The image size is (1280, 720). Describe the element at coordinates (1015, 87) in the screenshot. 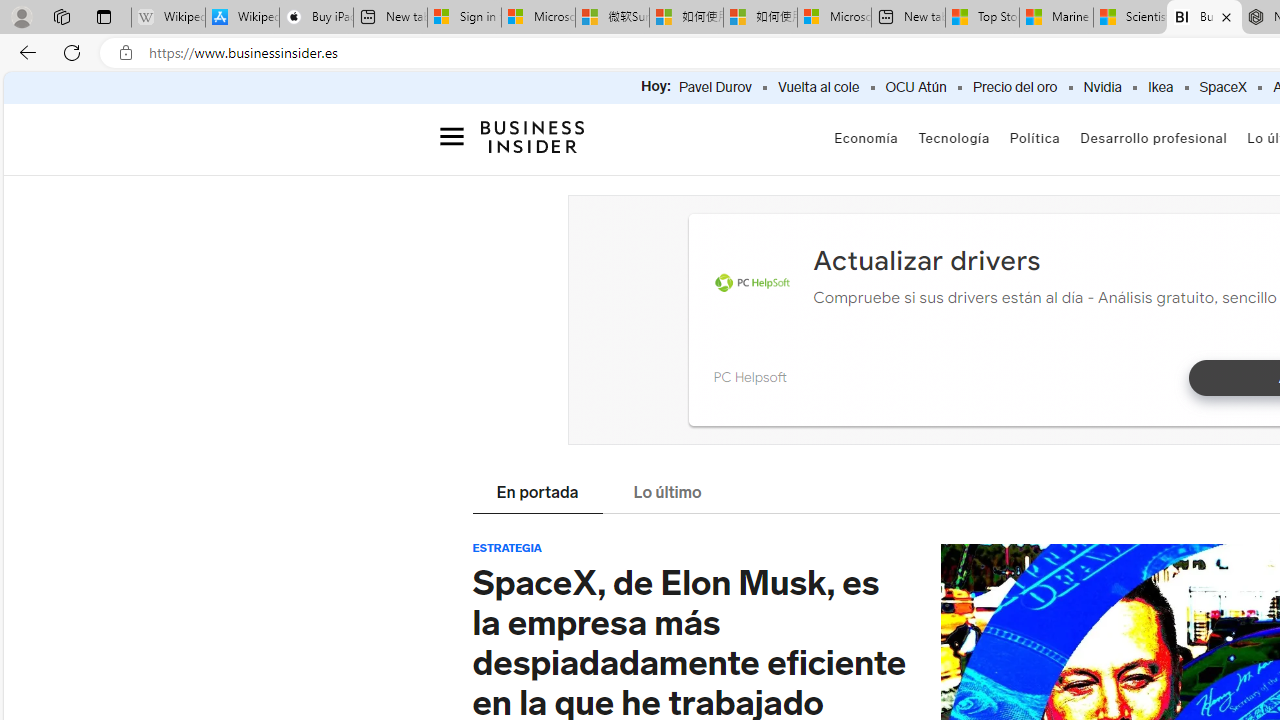

I see `'Precio del oro'` at that location.